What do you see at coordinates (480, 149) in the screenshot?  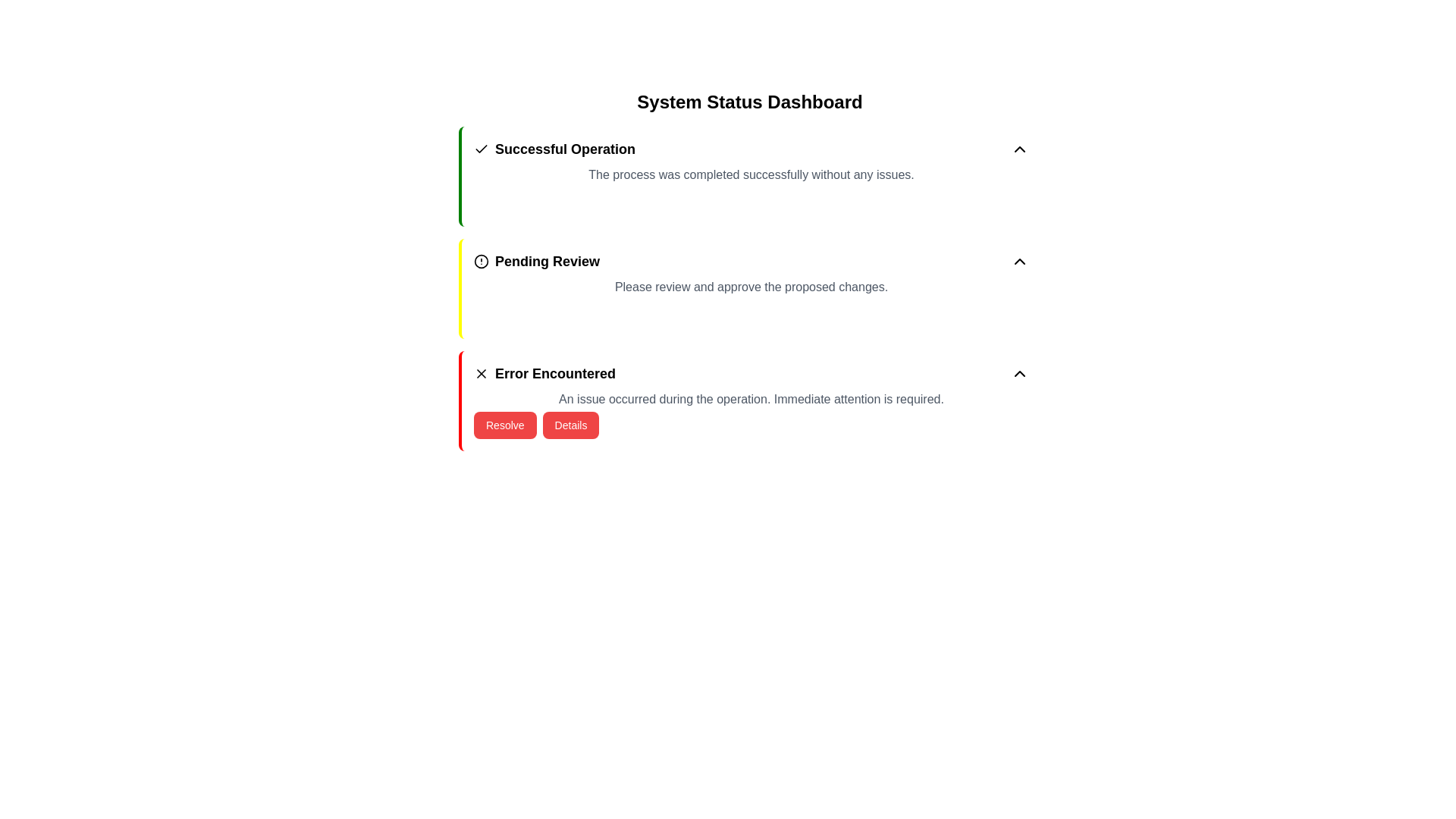 I see `the green checkmark icon indicating success, which is located to the left of the 'Successful Operation' text in the System Status Dashboard` at bounding box center [480, 149].